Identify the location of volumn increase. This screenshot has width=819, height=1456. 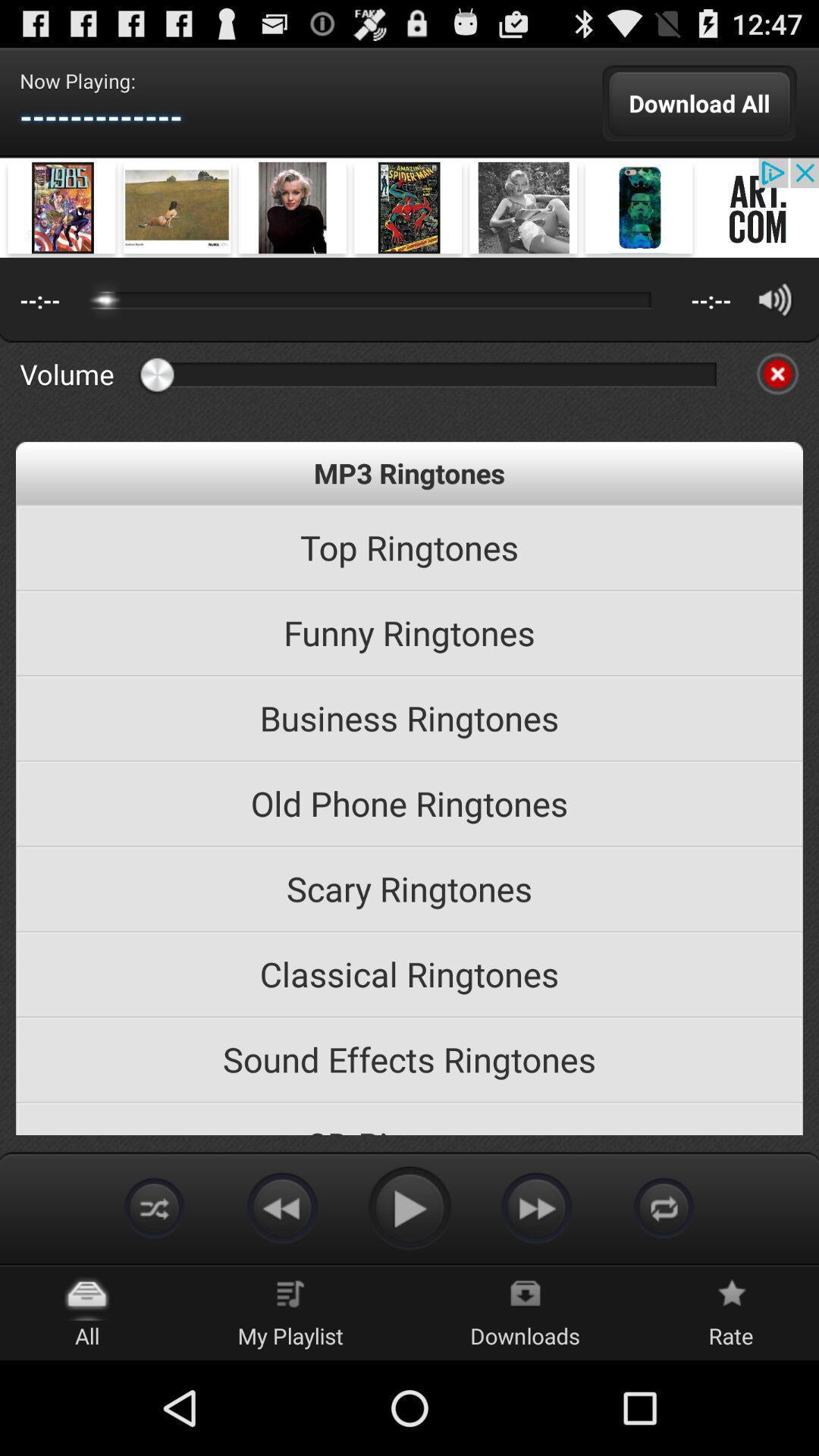
(775, 300).